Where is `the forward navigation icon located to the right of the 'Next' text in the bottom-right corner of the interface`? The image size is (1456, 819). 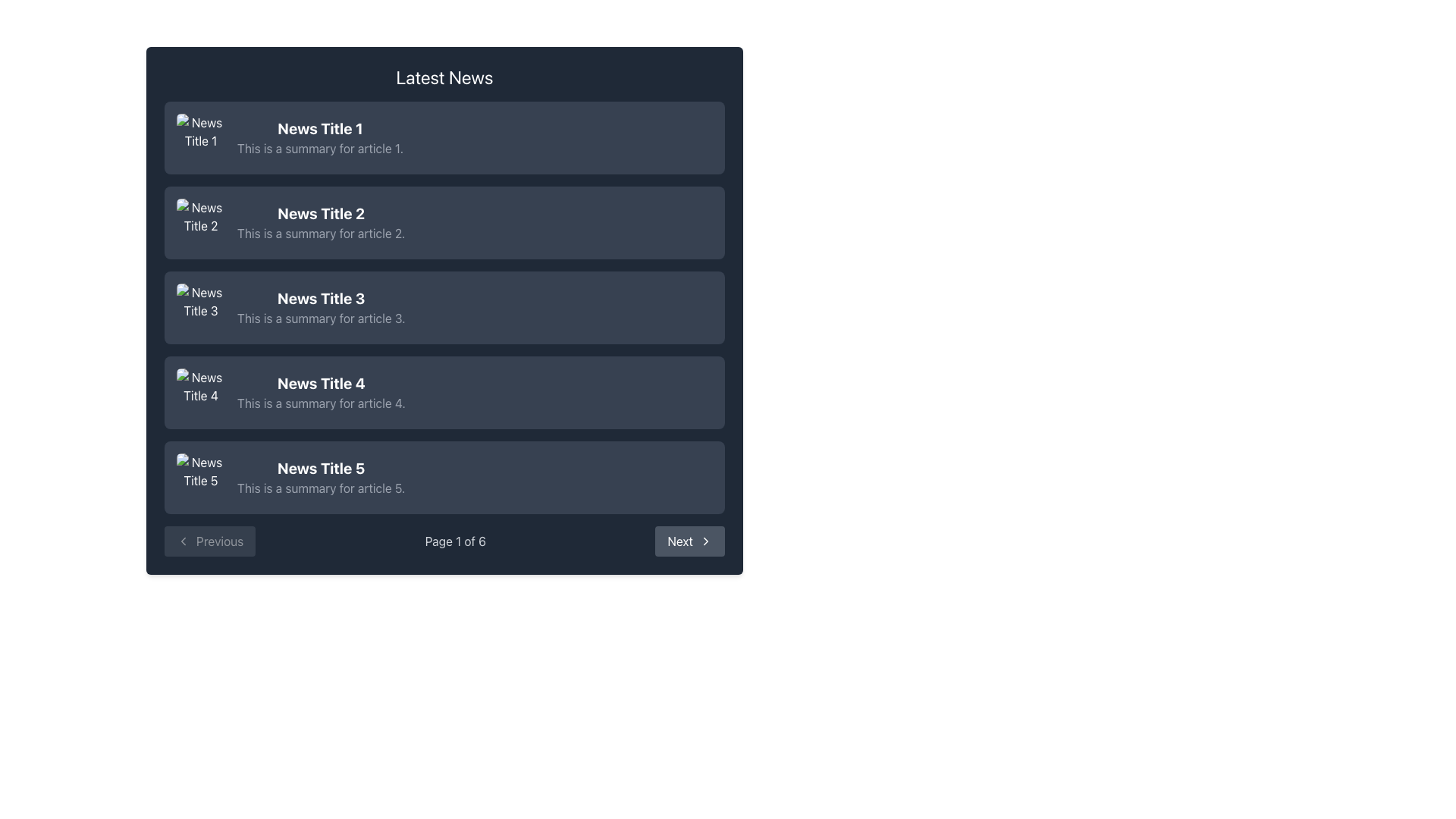 the forward navigation icon located to the right of the 'Next' text in the bottom-right corner of the interface is located at coordinates (705, 540).